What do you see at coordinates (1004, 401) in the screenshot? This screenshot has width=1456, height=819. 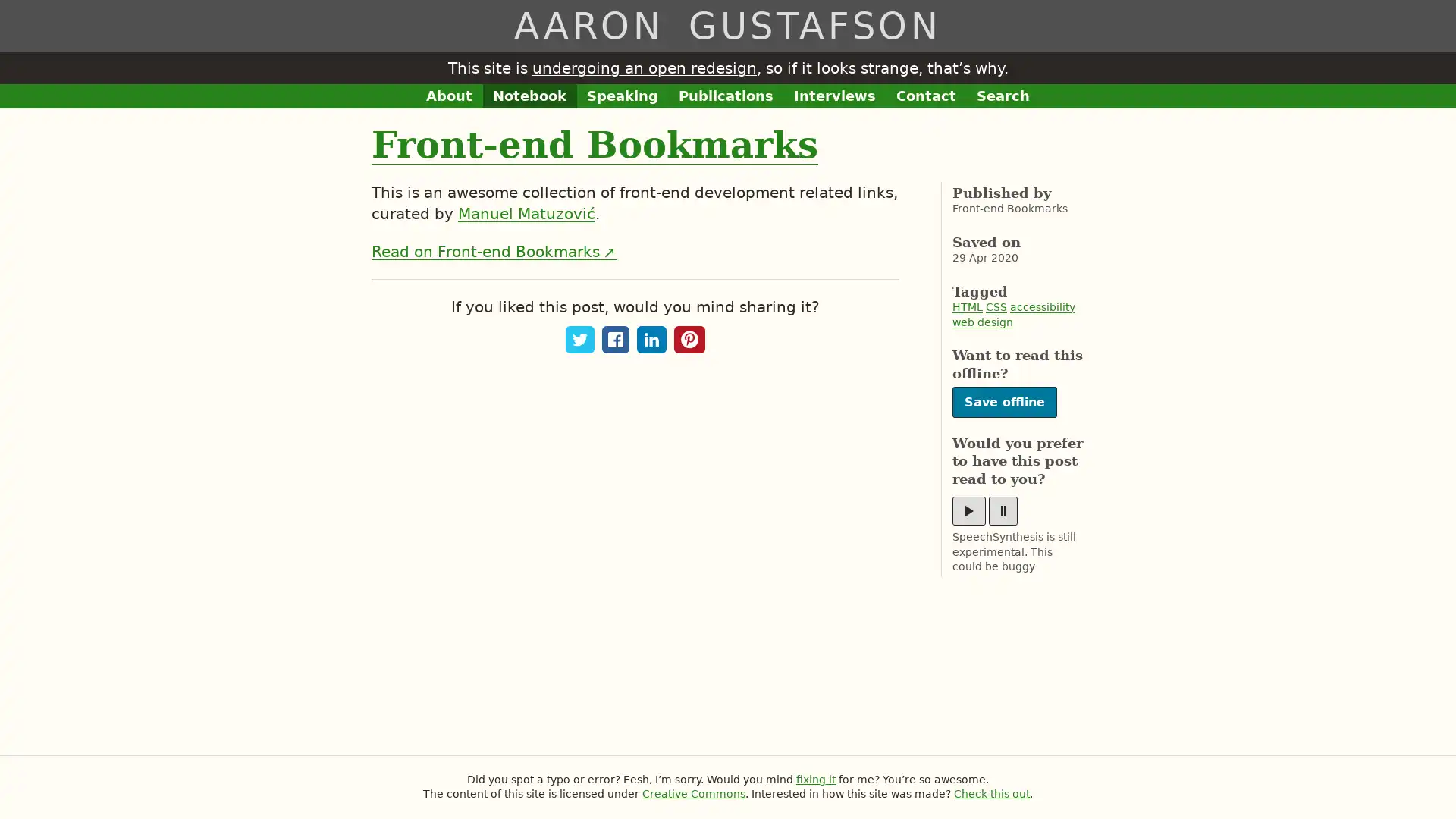 I see `Save offline` at bounding box center [1004, 401].